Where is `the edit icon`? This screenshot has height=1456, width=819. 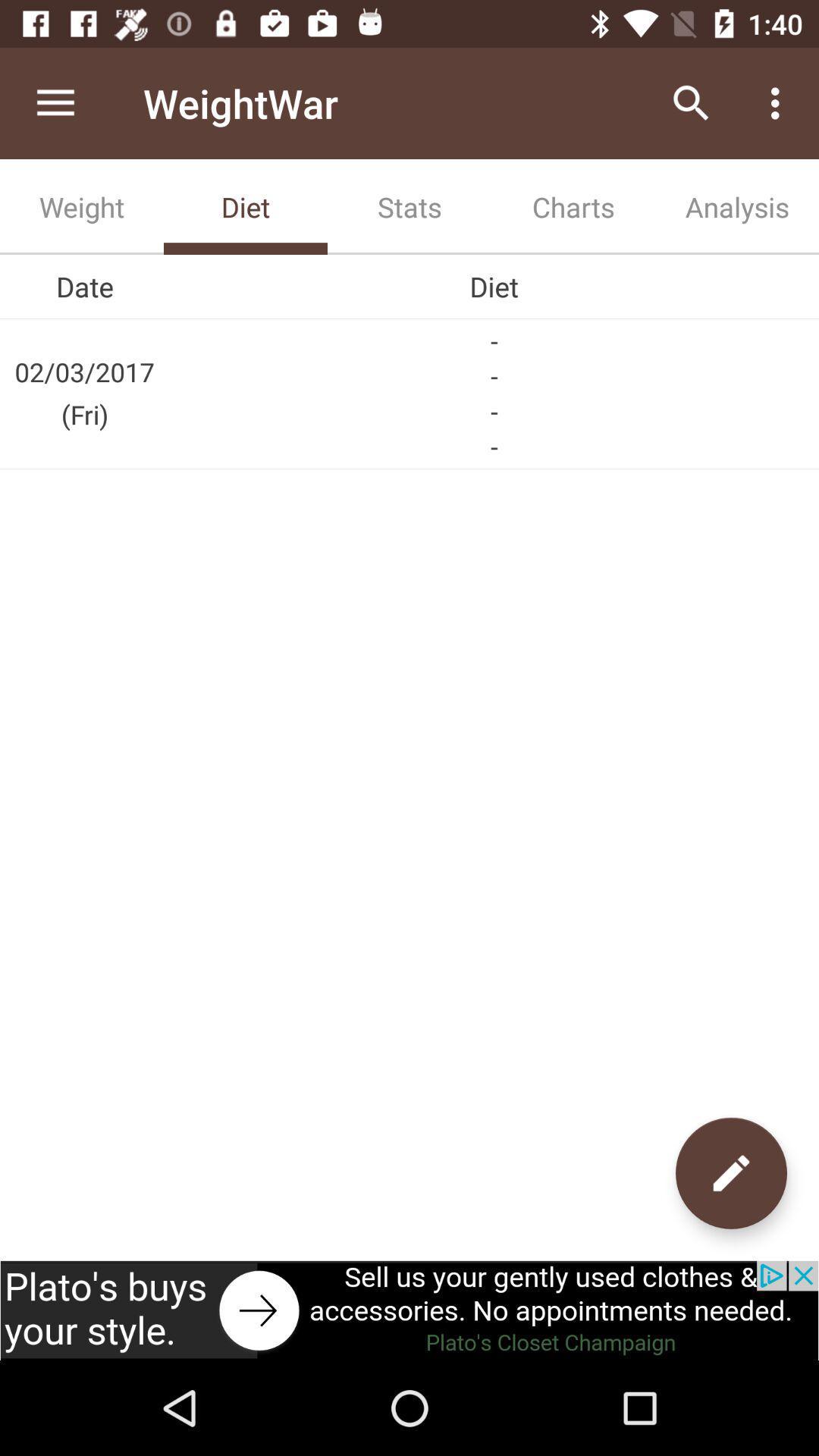 the edit icon is located at coordinates (730, 1172).